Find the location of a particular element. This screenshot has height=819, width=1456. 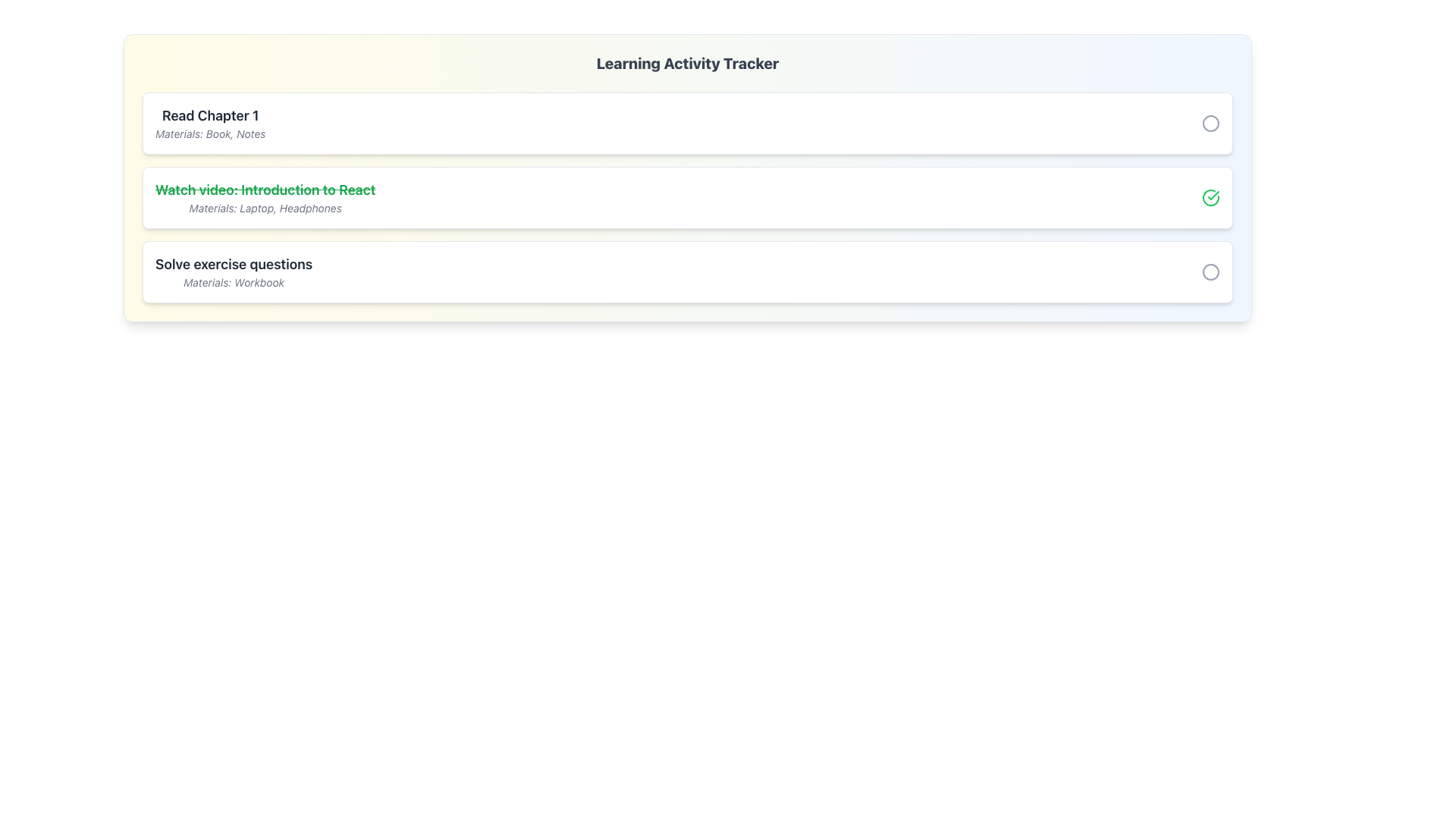

the label that identifies or describes the task in the list, located at the top-left region of the card labeled 'Read Chapter 1' is located at coordinates (209, 115).